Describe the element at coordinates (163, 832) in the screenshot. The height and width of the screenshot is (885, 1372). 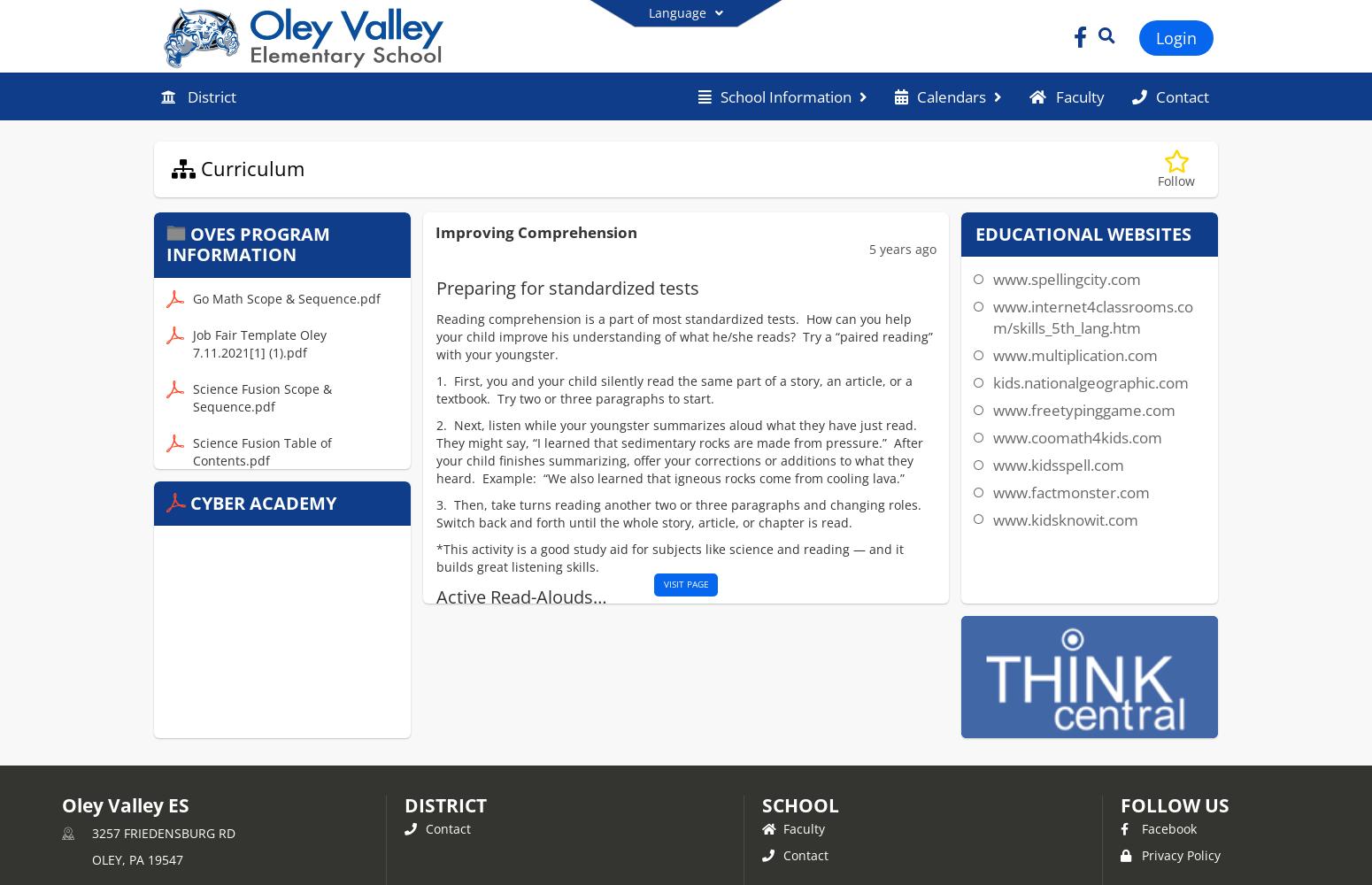
I see `'3257 FRIEDENSBURG RD'` at that location.